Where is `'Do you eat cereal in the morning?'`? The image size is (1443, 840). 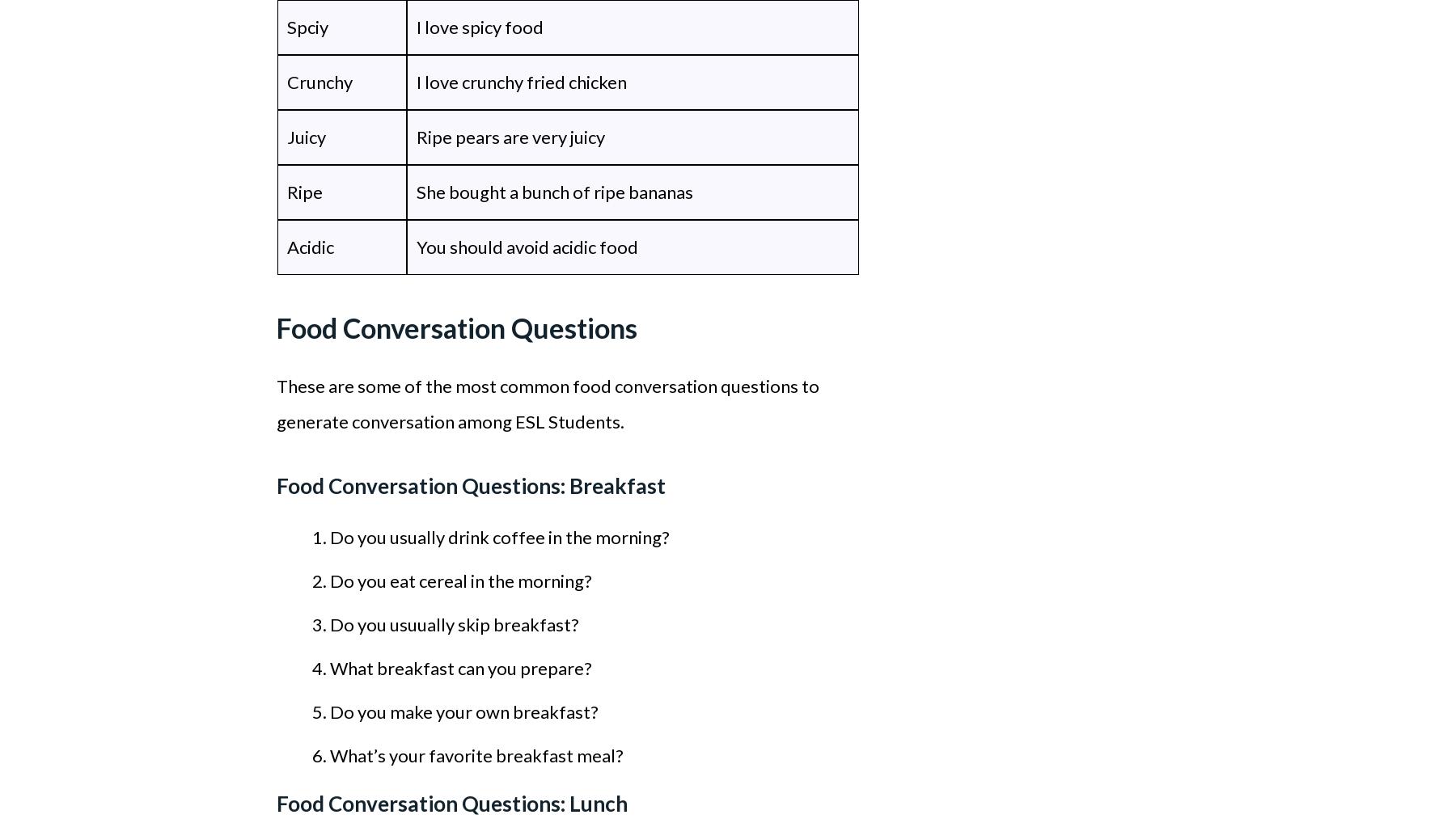
'Do you eat cereal in the morning?' is located at coordinates (459, 580).